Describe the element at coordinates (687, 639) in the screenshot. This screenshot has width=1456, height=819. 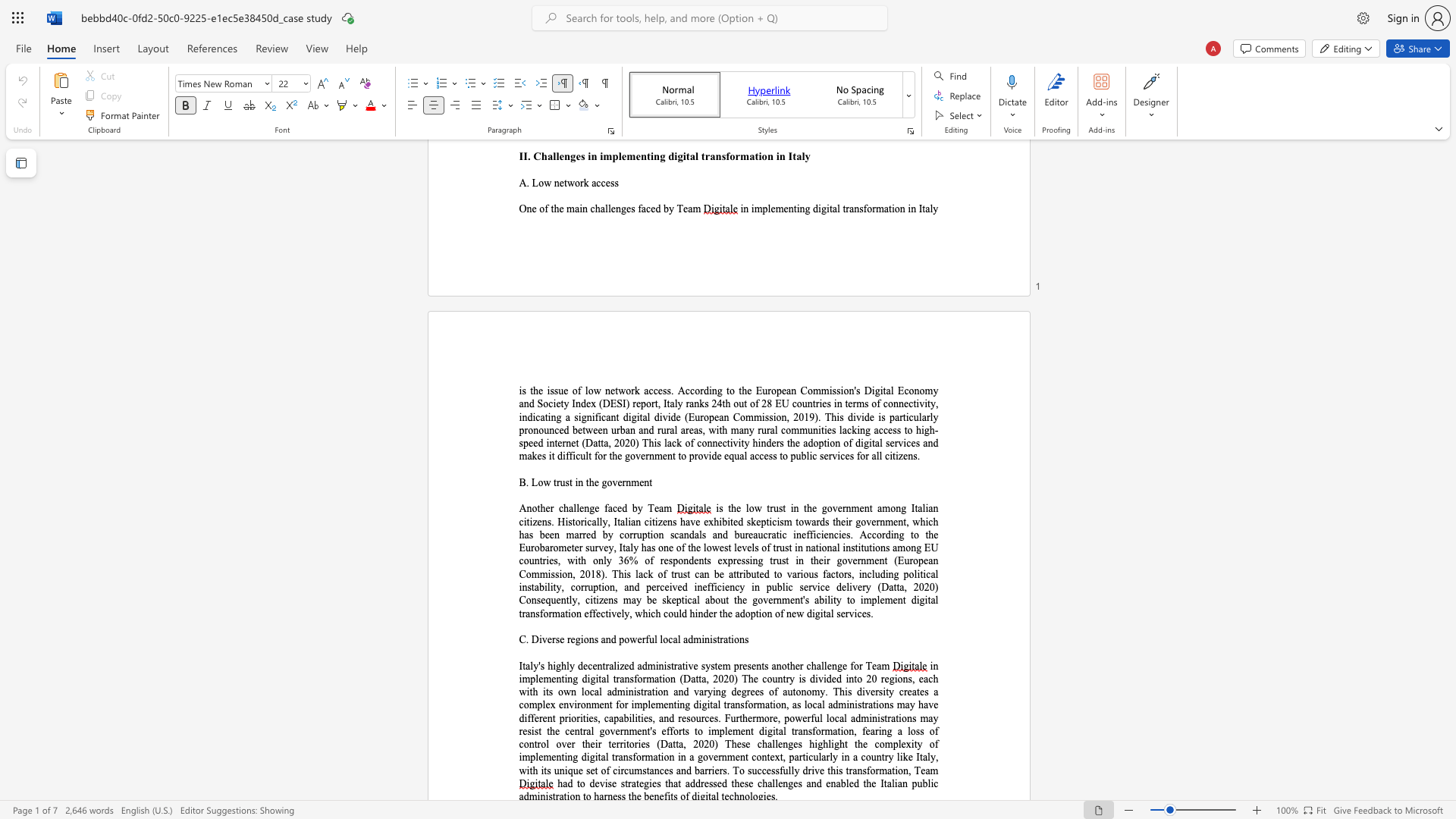
I see `the subset text "dministratio" within the text "C. Diverse regions and powerful local administrations"` at that location.